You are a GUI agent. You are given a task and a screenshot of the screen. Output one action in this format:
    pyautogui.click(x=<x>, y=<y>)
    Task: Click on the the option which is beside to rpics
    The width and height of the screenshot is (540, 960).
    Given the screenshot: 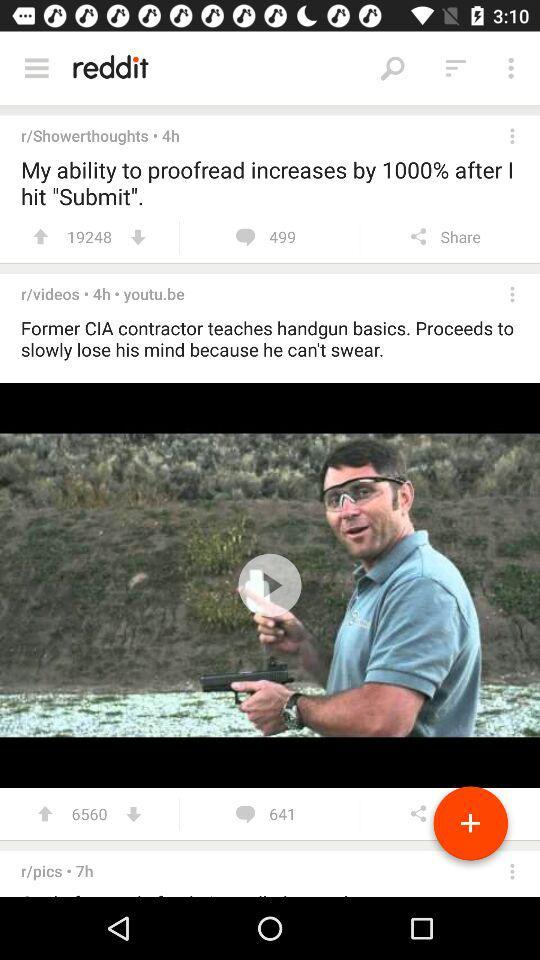 What is the action you would take?
    pyautogui.click(x=512, y=870)
    